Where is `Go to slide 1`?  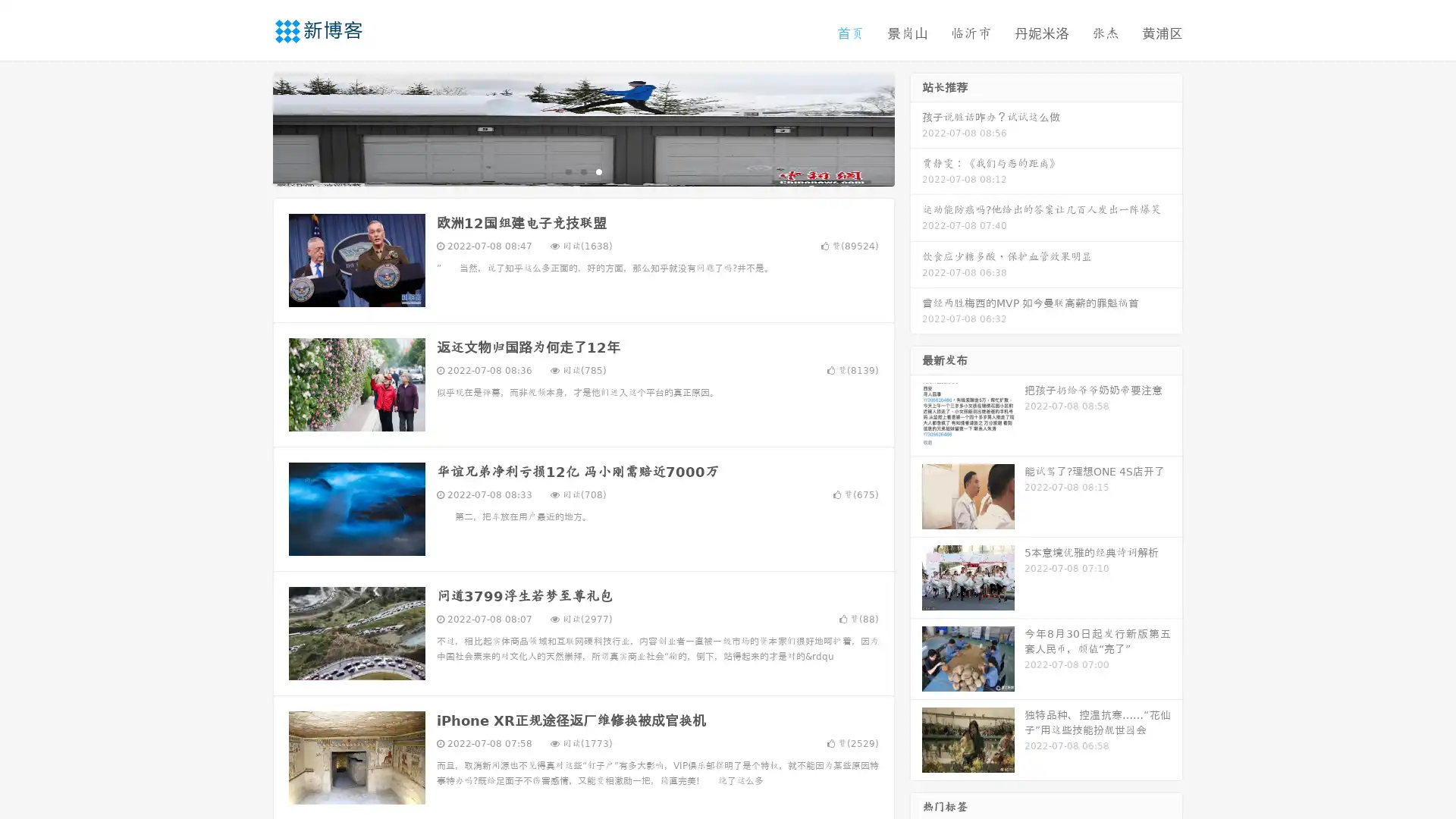 Go to slide 1 is located at coordinates (567, 171).